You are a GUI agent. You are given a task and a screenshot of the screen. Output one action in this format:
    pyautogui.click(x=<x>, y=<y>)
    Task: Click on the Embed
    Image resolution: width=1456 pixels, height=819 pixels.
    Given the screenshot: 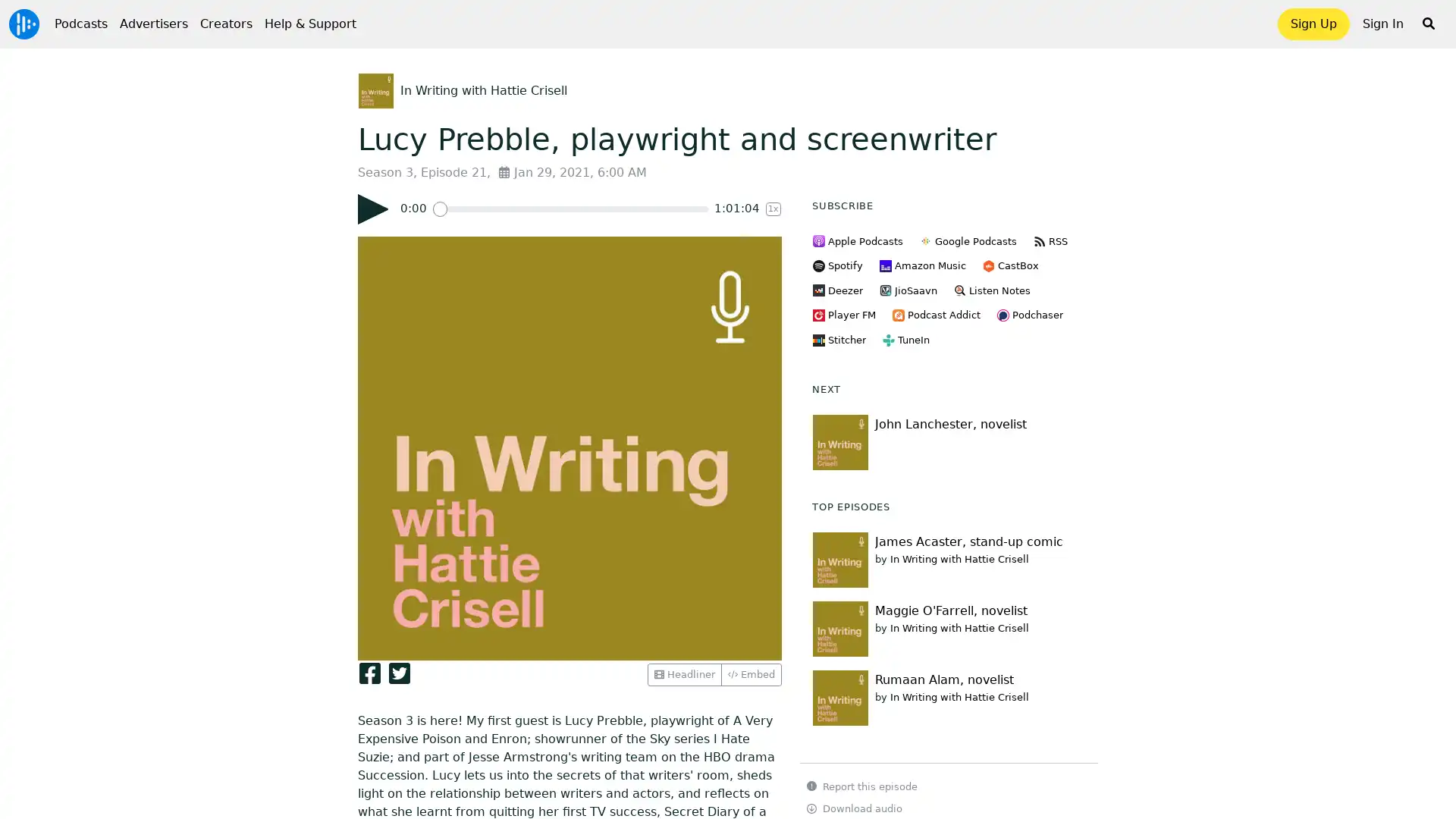 What is the action you would take?
    pyautogui.click(x=751, y=673)
    